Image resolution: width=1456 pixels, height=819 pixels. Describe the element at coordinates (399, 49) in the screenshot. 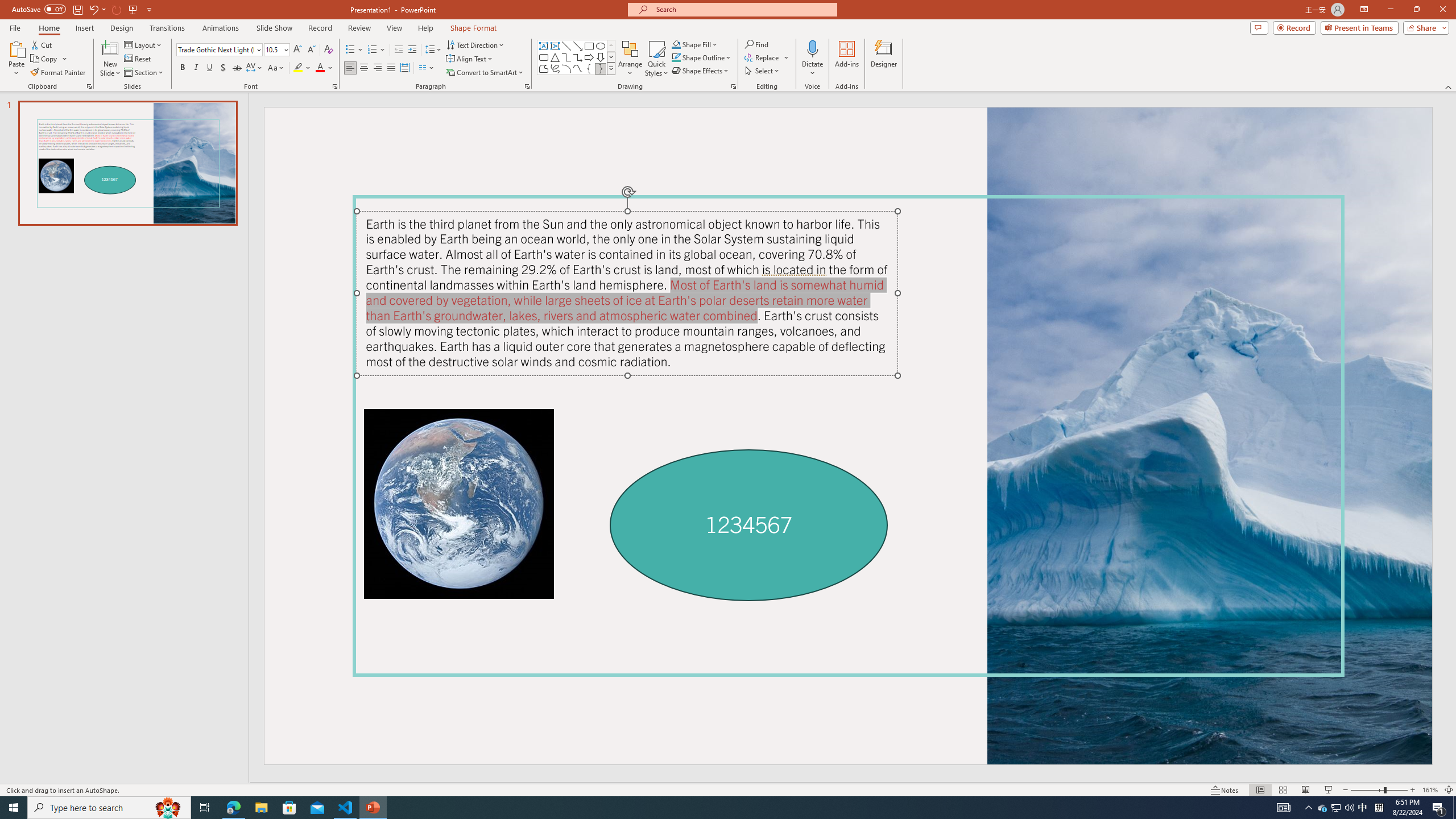

I see `'Decrease Indent'` at that location.